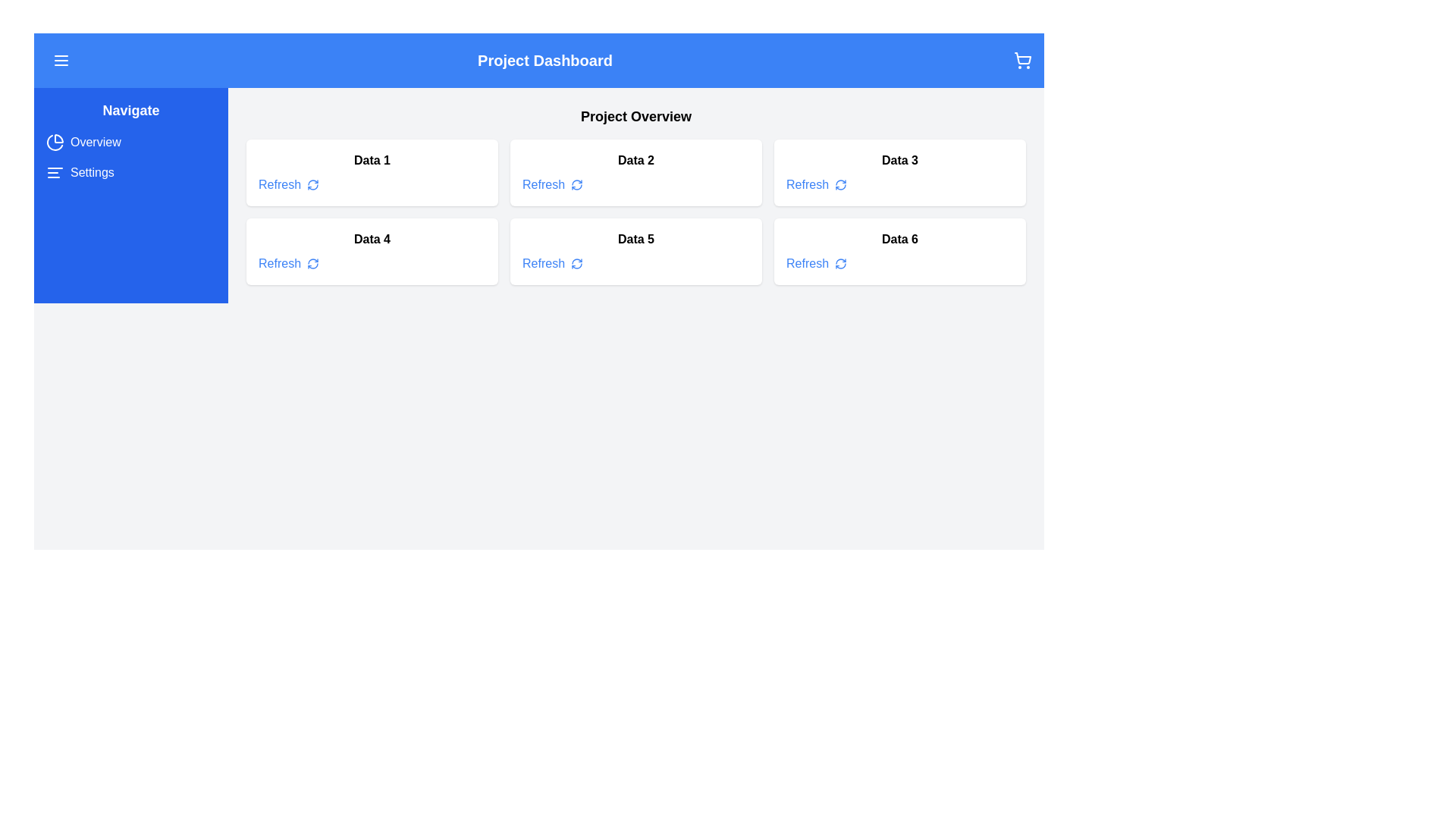 This screenshot has height=819, width=1456. I want to click on the card labeled 'Data 2' which contains a 'Refresh' link at the bottom left, so click(636, 171).